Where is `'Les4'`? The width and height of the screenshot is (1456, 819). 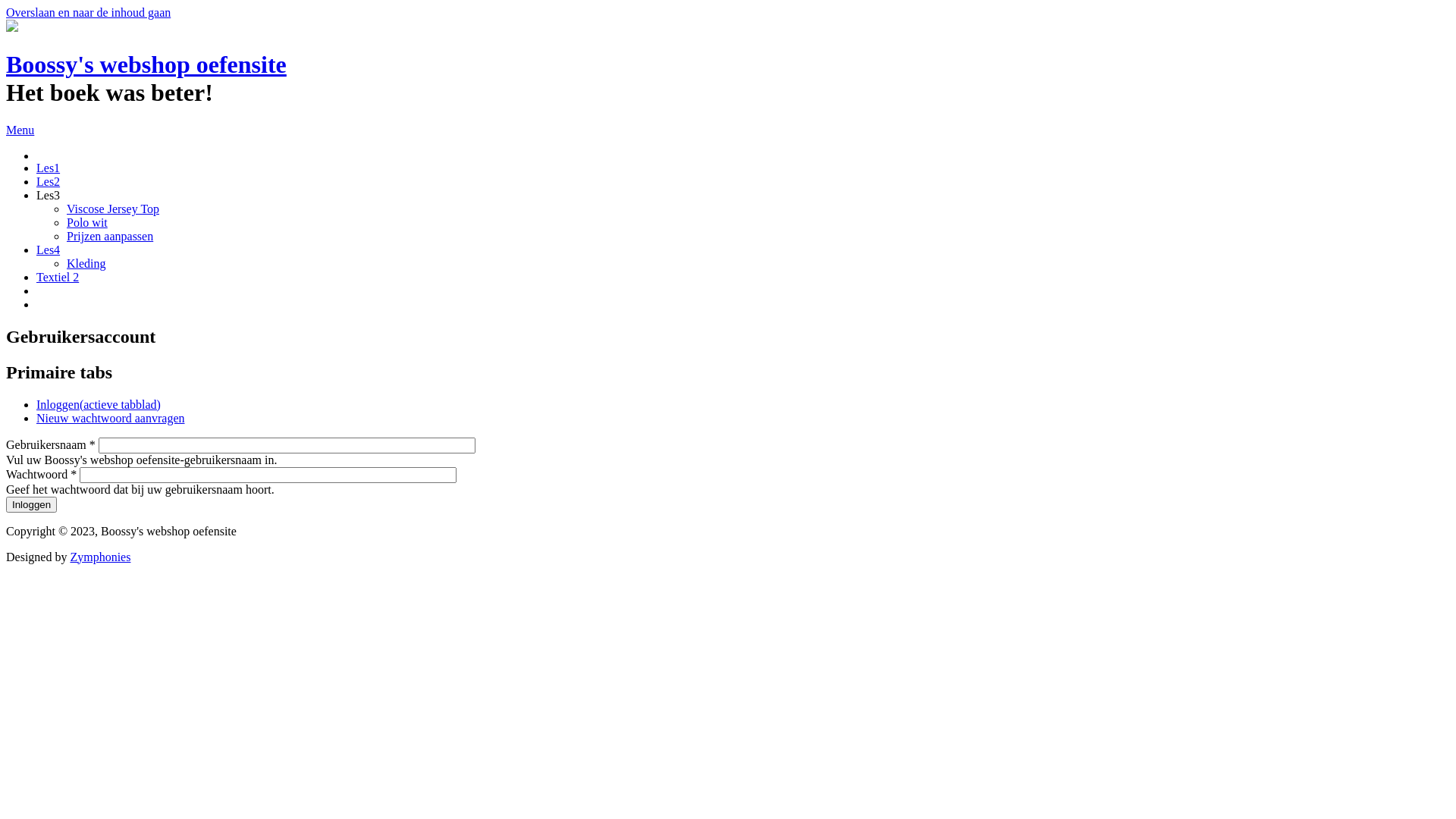
'Les4' is located at coordinates (48, 249).